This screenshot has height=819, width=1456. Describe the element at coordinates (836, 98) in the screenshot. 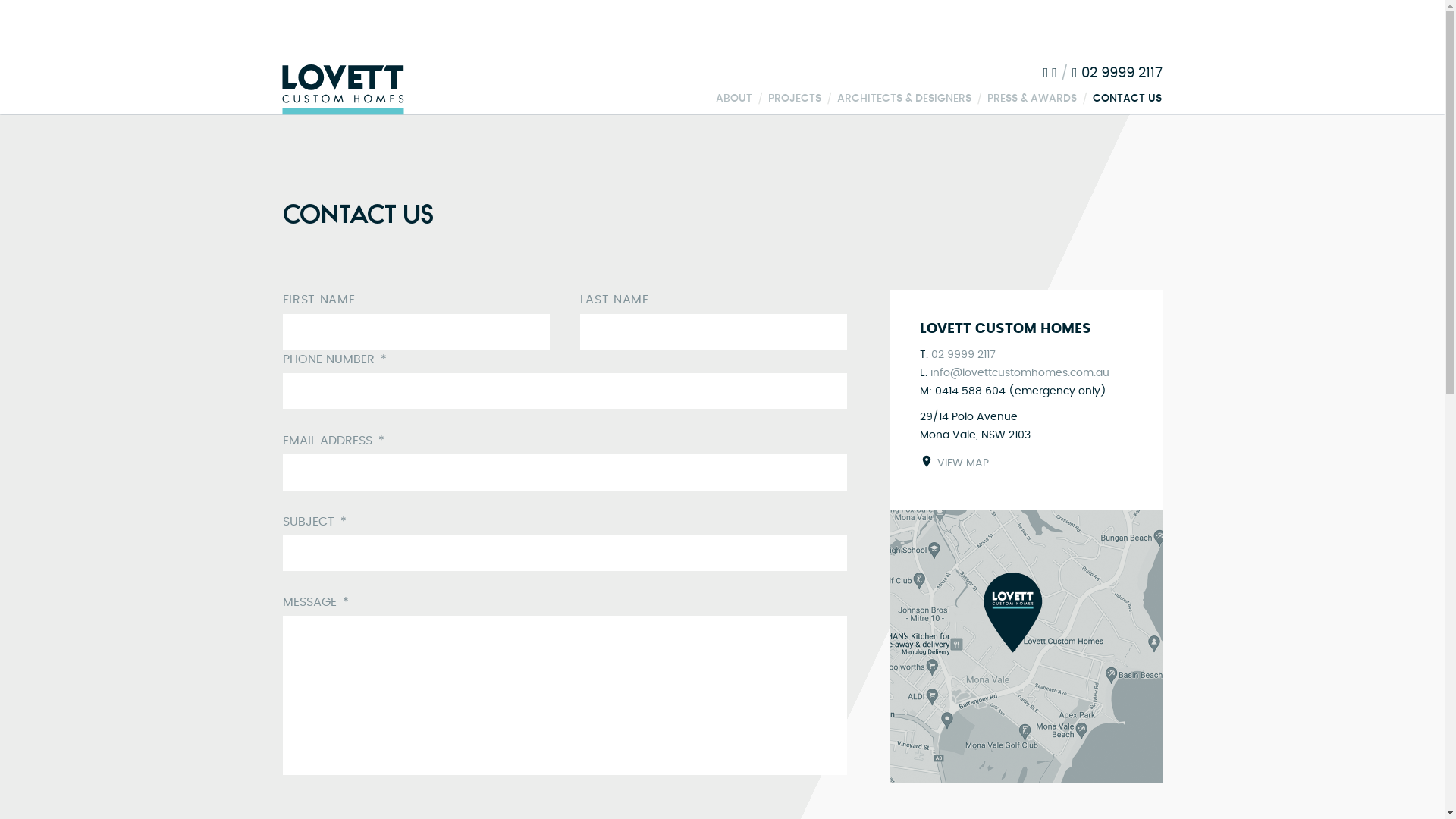

I see `'ARCHITECTS & DESIGNERS'` at that location.